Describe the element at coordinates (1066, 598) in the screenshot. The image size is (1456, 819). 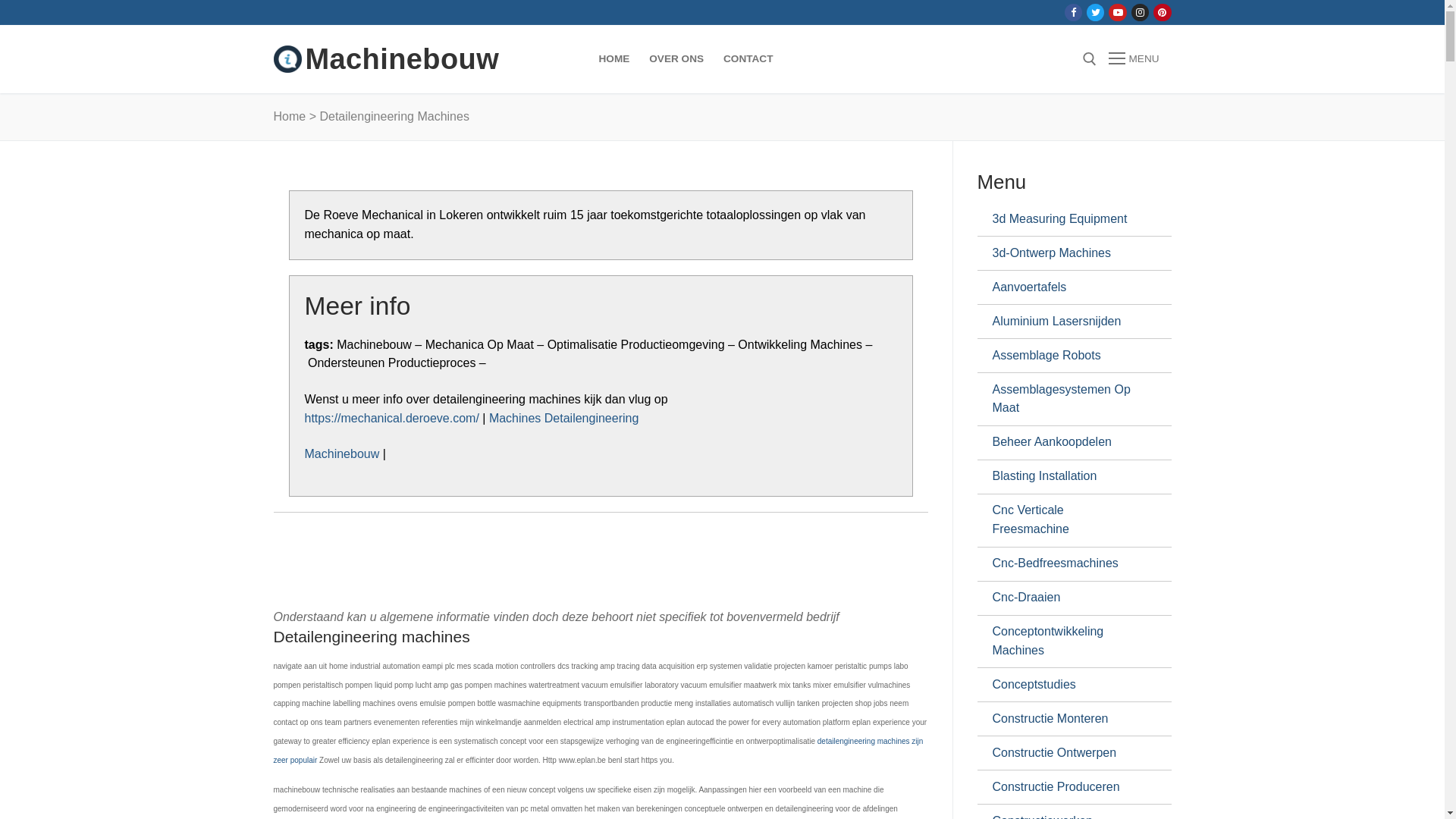
I see `'Cnc-Draaien'` at that location.